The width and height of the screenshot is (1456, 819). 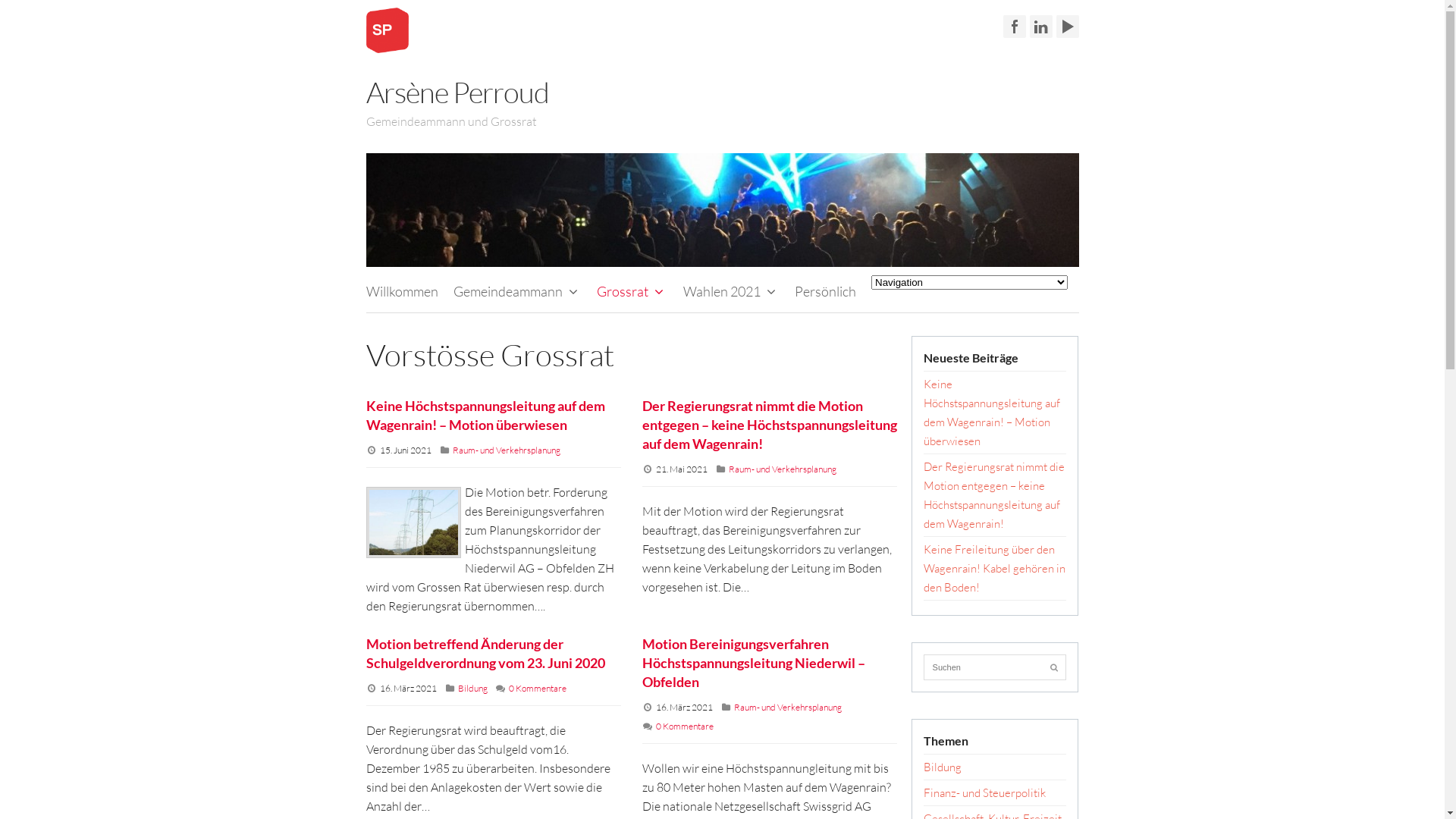 I want to click on 'Gemeindeammann', so click(x=517, y=291).